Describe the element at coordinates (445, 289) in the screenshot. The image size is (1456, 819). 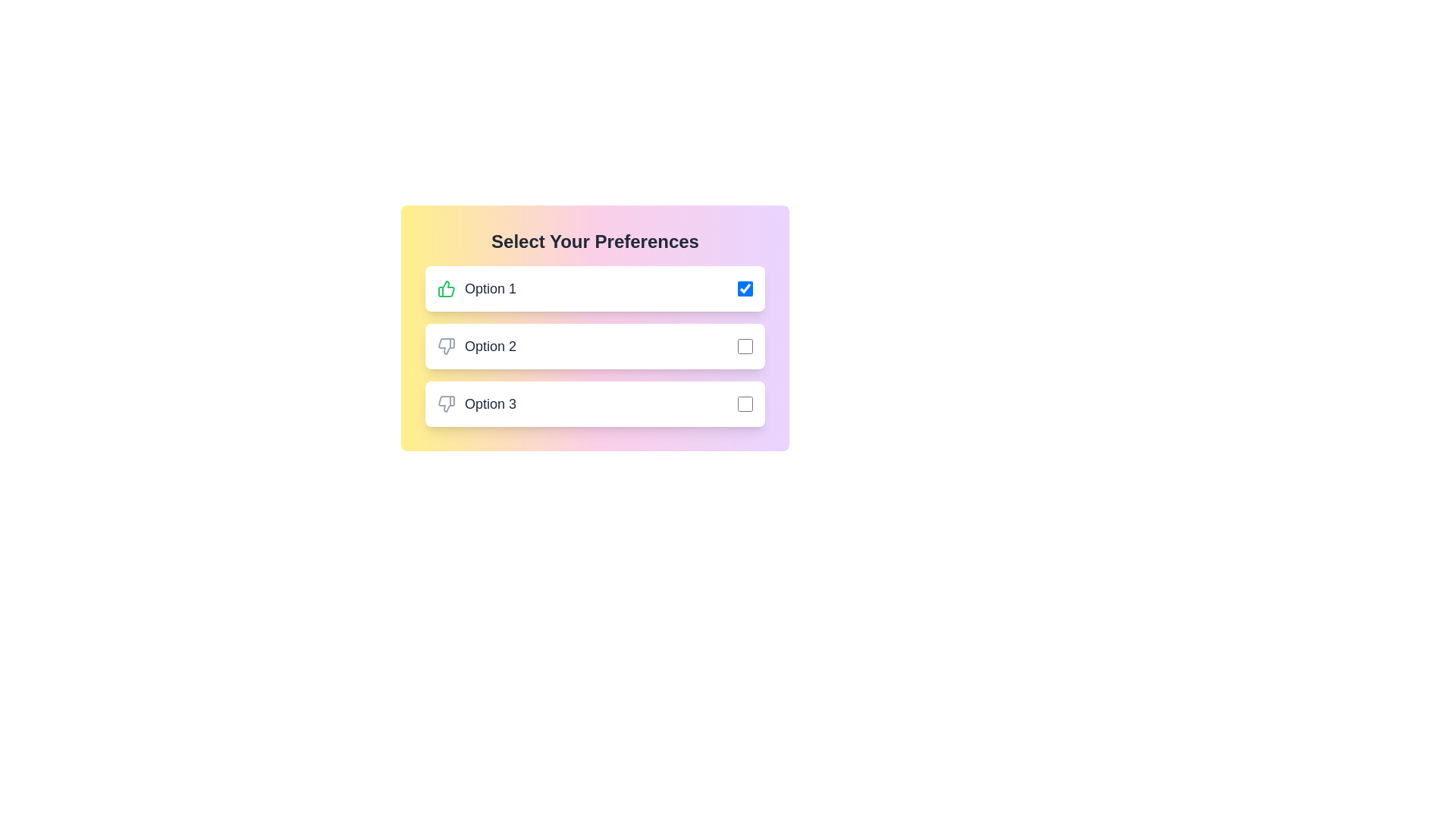
I see `the thumbs-up SVG icon representing a 'like' or 'approve' action, positioned to the left of the text 'Option 1' in a rounded rectangular white button` at that location.